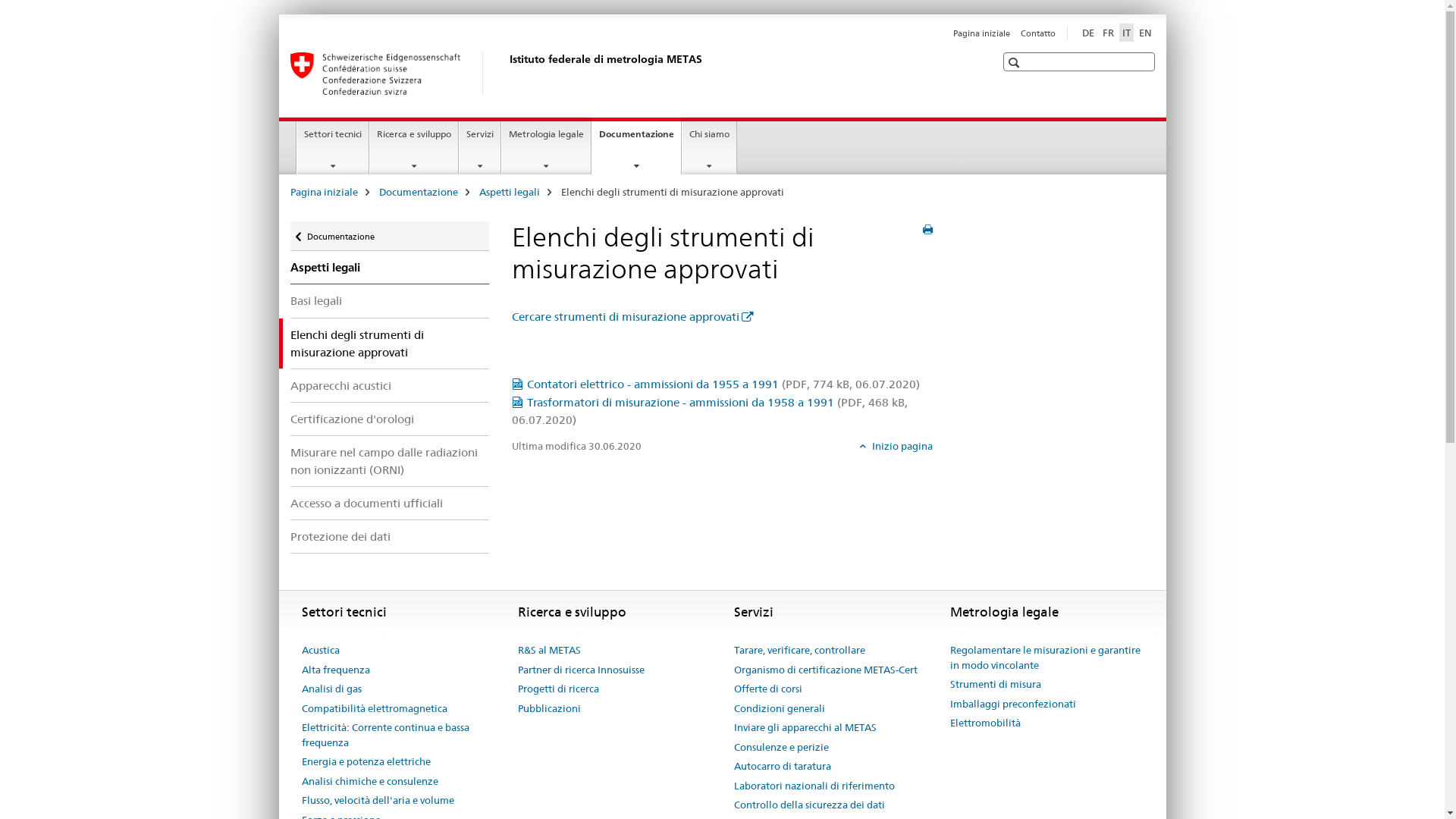 The width and height of the screenshot is (1456, 819). Describe the element at coordinates (632, 315) in the screenshot. I see `'Cercare strumenti di misurazione approvati'` at that location.